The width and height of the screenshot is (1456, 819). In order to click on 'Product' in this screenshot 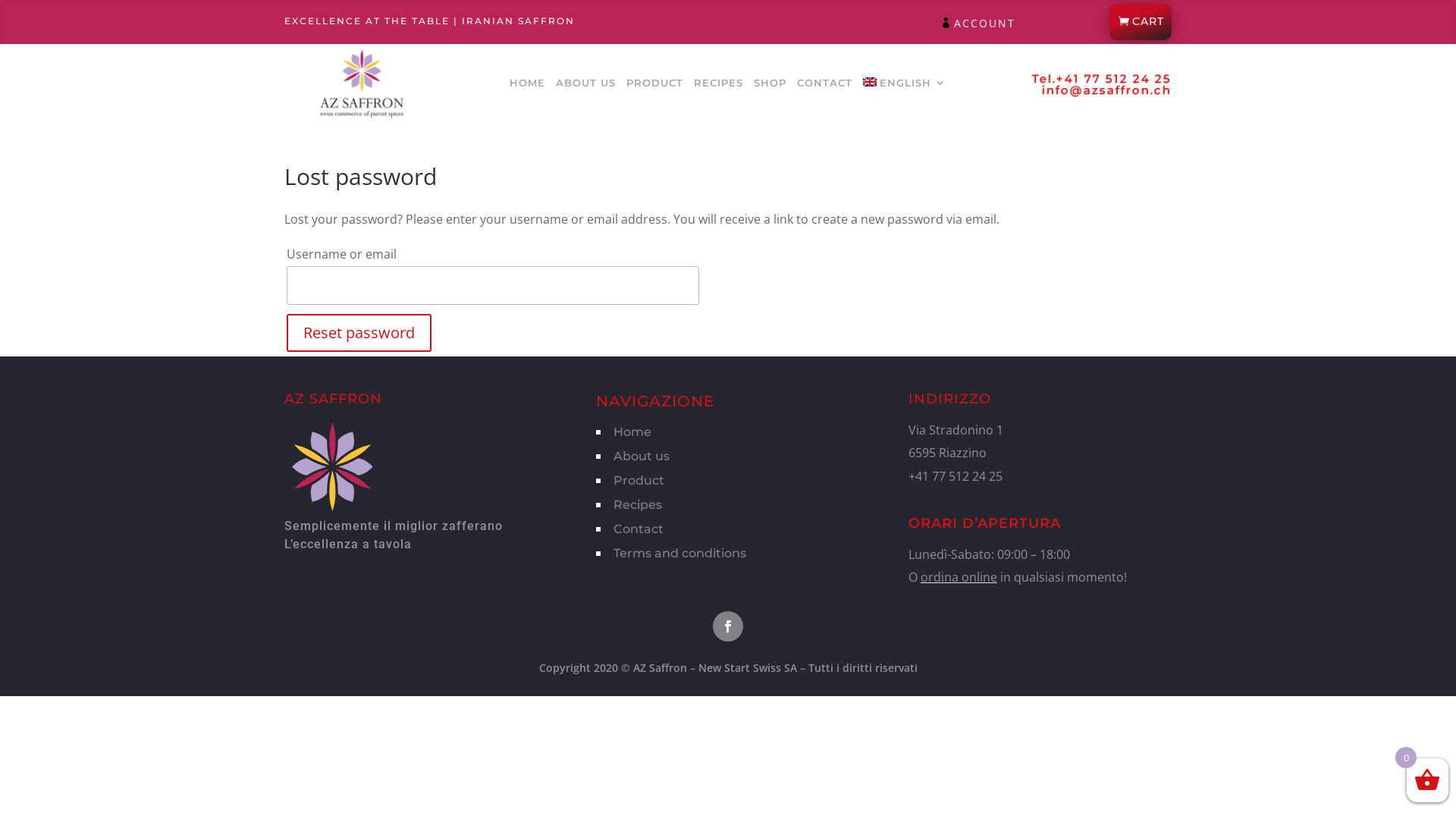, I will do `click(639, 480)`.